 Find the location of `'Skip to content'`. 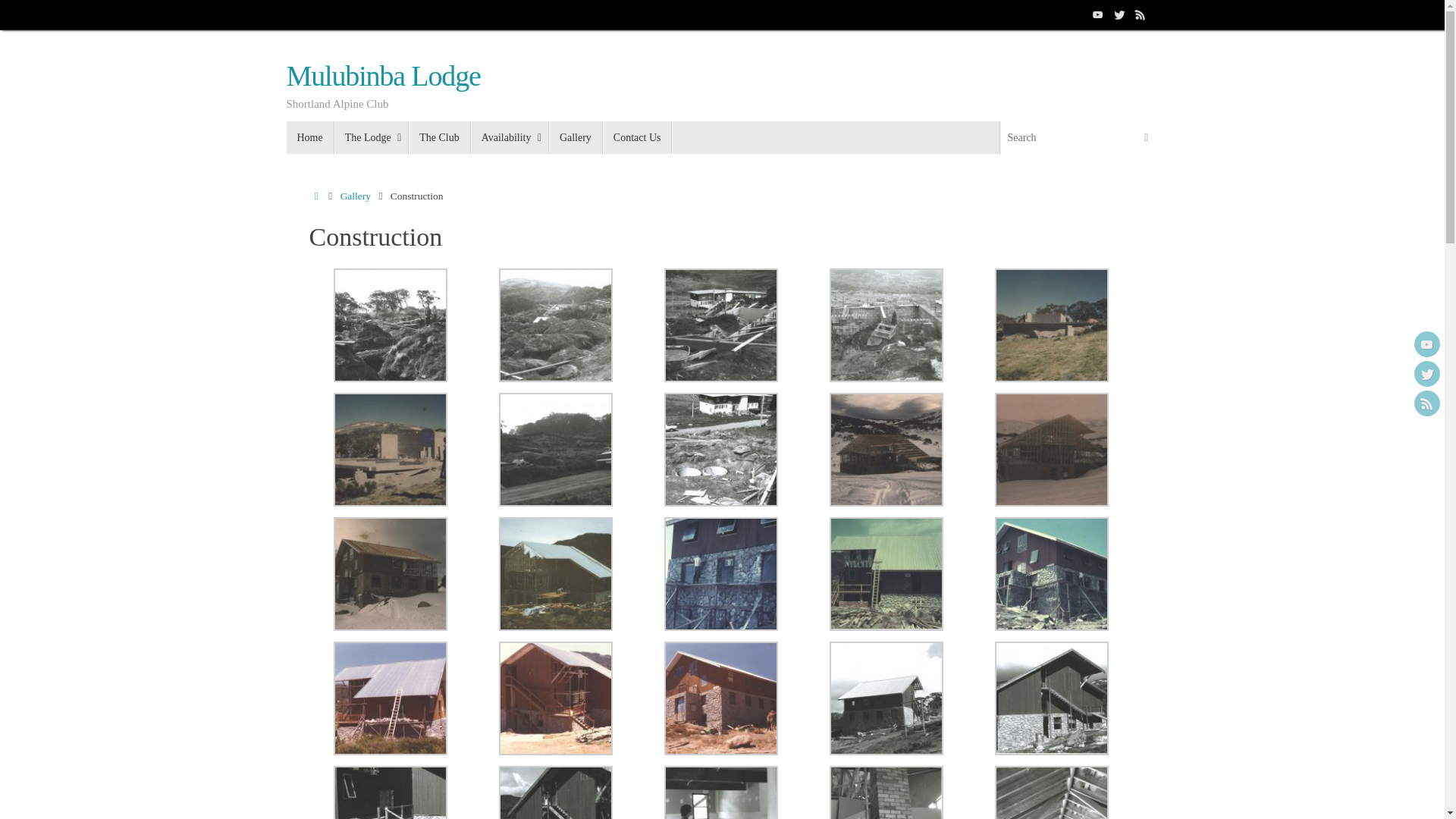

'Skip to content' is located at coordinates (285, 144).